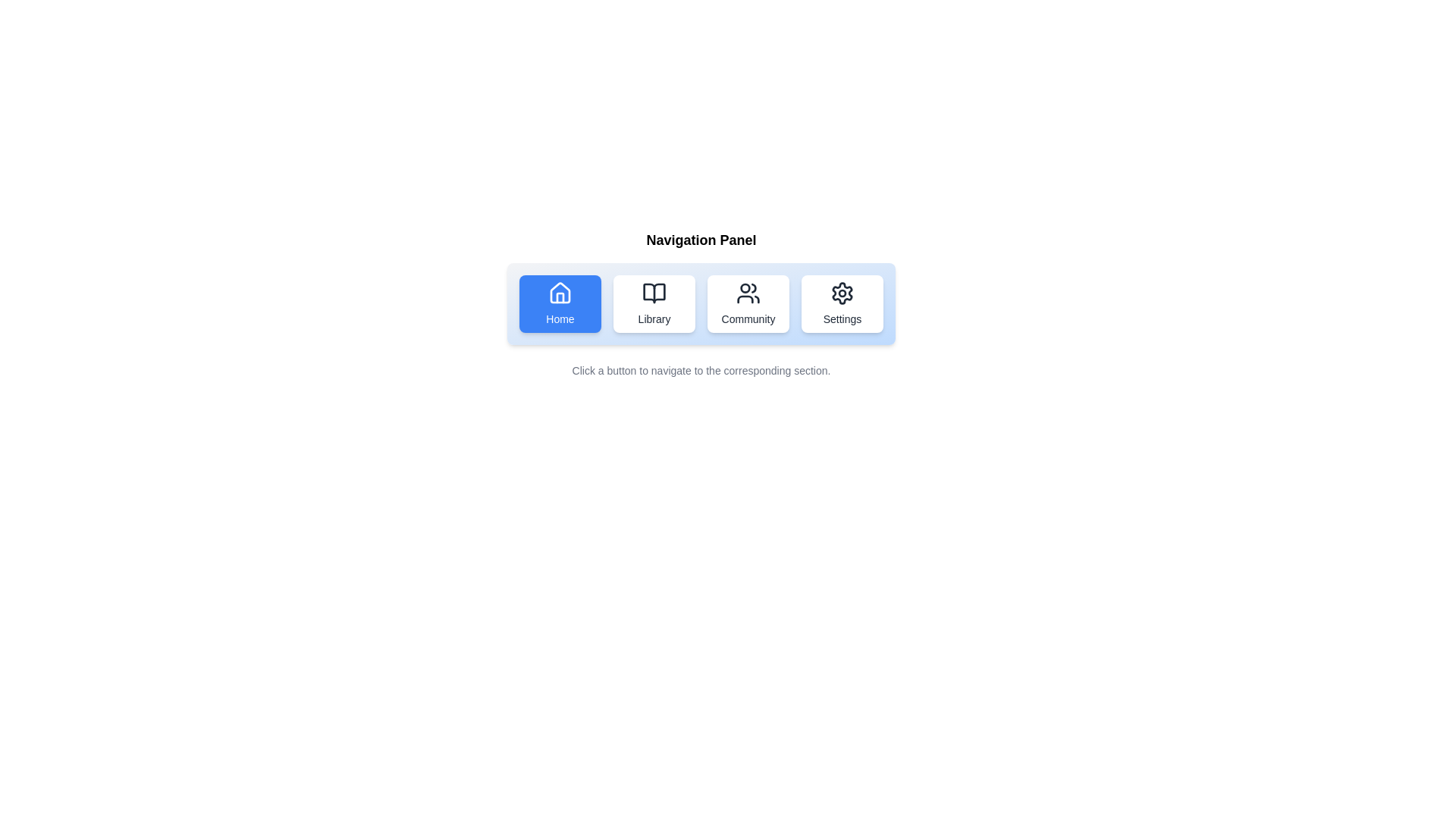 This screenshot has width=1456, height=819. Describe the element at coordinates (560, 292) in the screenshot. I see `the graphical icon representing the 'Home' section, which is the leftmost icon in a row of four in the navigation panel` at that location.